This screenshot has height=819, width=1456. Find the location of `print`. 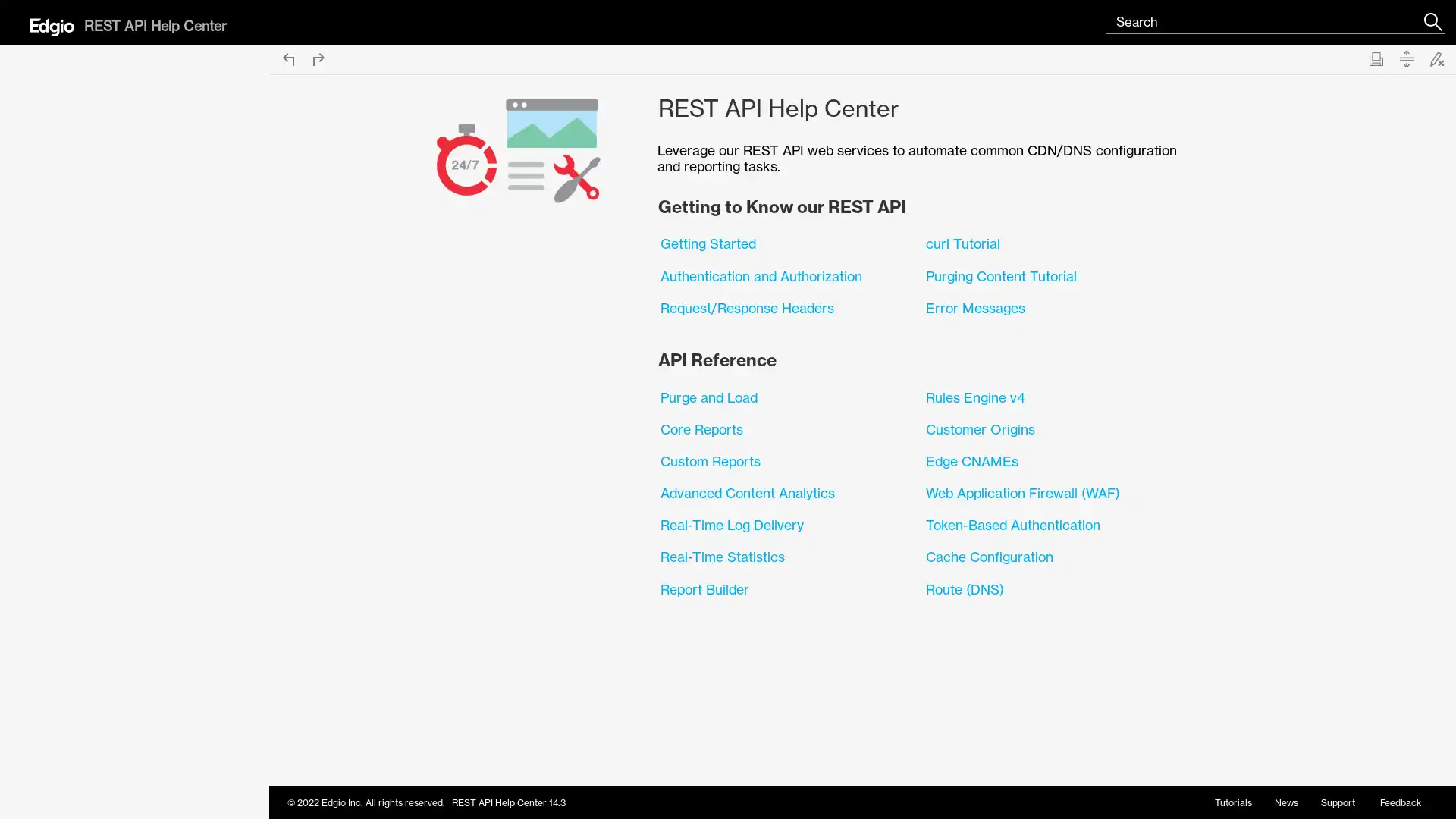

print is located at coordinates (1376, 58).